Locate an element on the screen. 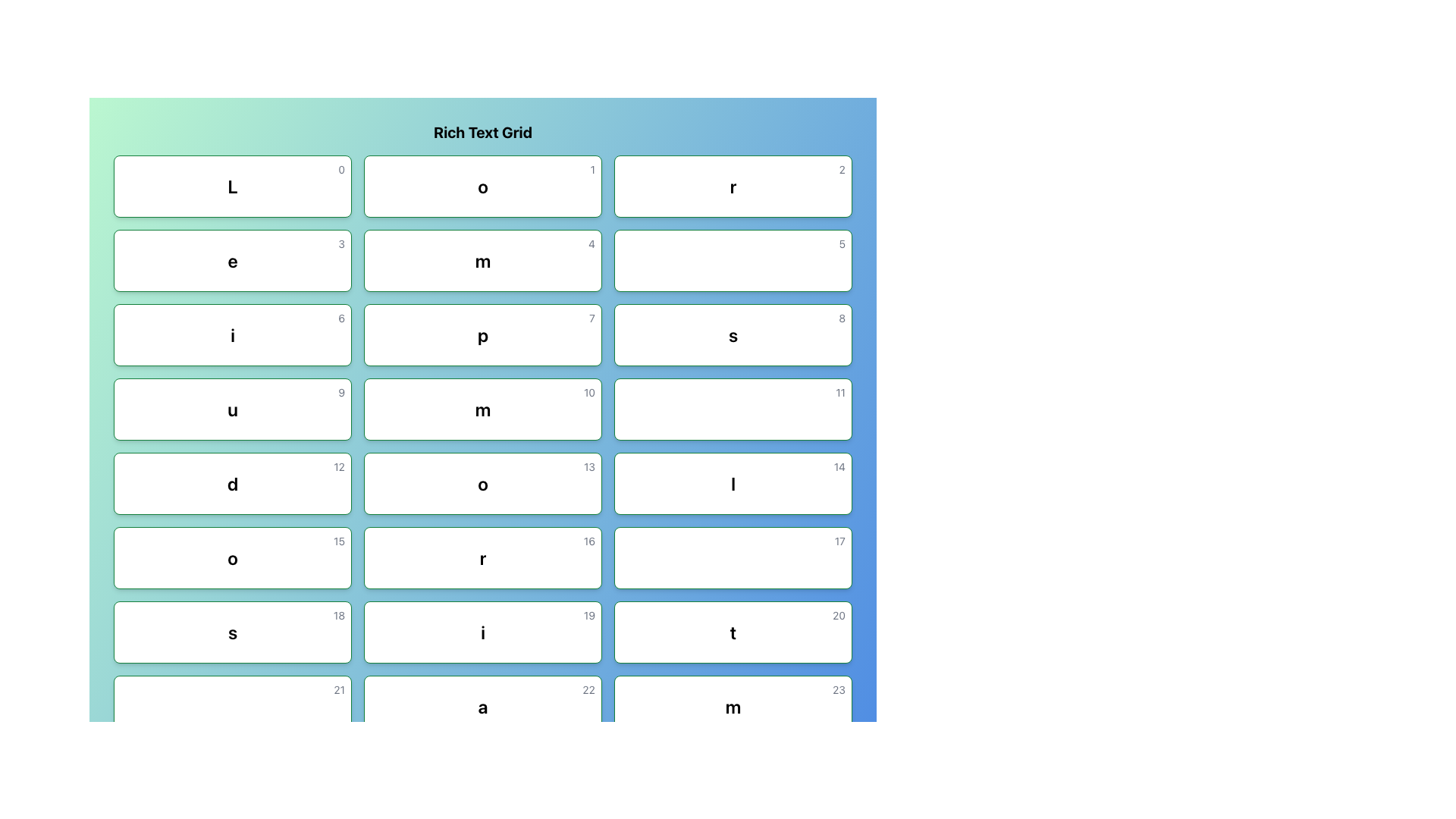  the character 'm' in the last cell of the grid, which is styled in a large, bold font and located in row six, column four is located at coordinates (733, 707).